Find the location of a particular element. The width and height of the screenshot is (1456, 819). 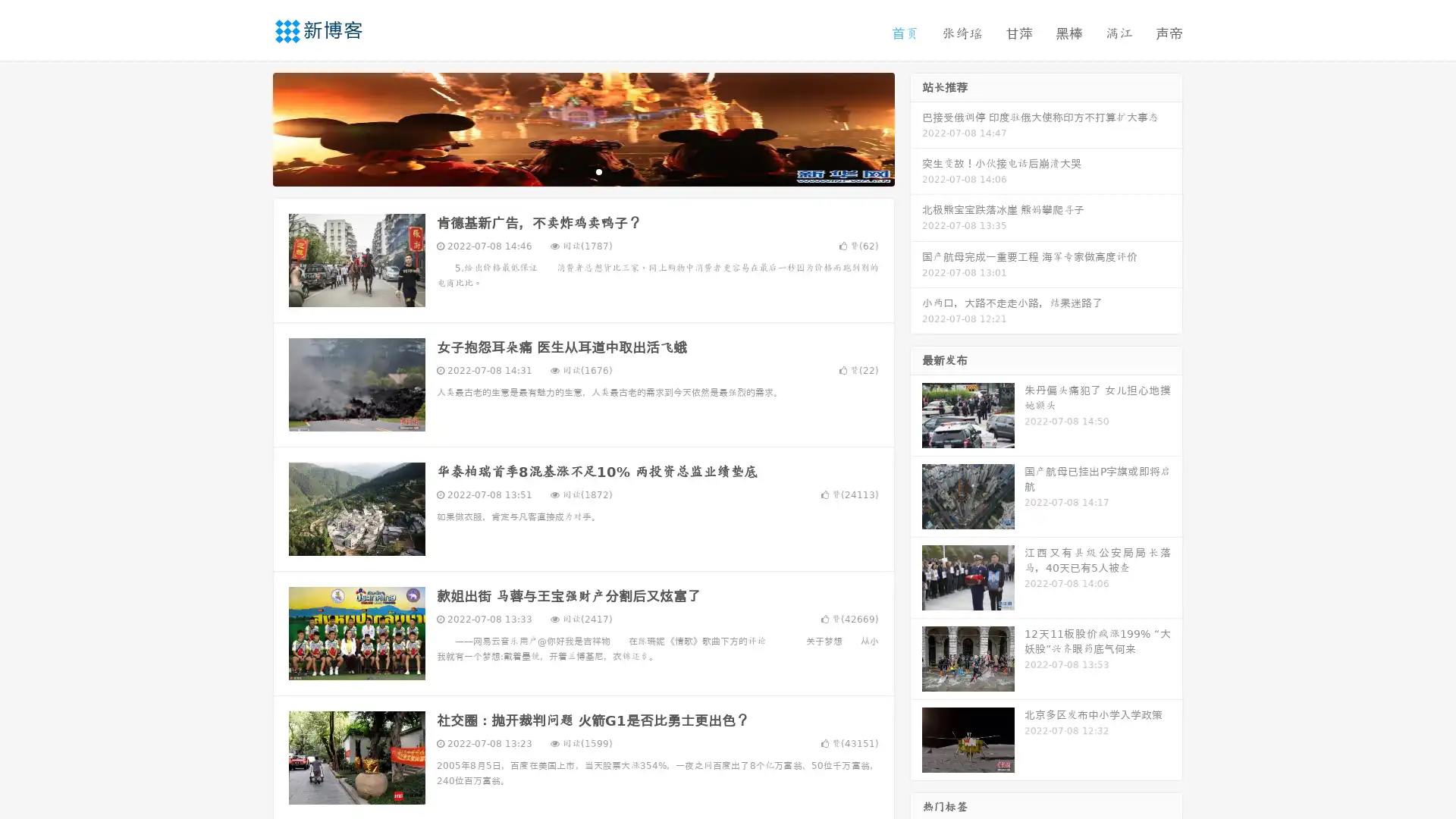

Go to slide 3 is located at coordinates (598, 171).